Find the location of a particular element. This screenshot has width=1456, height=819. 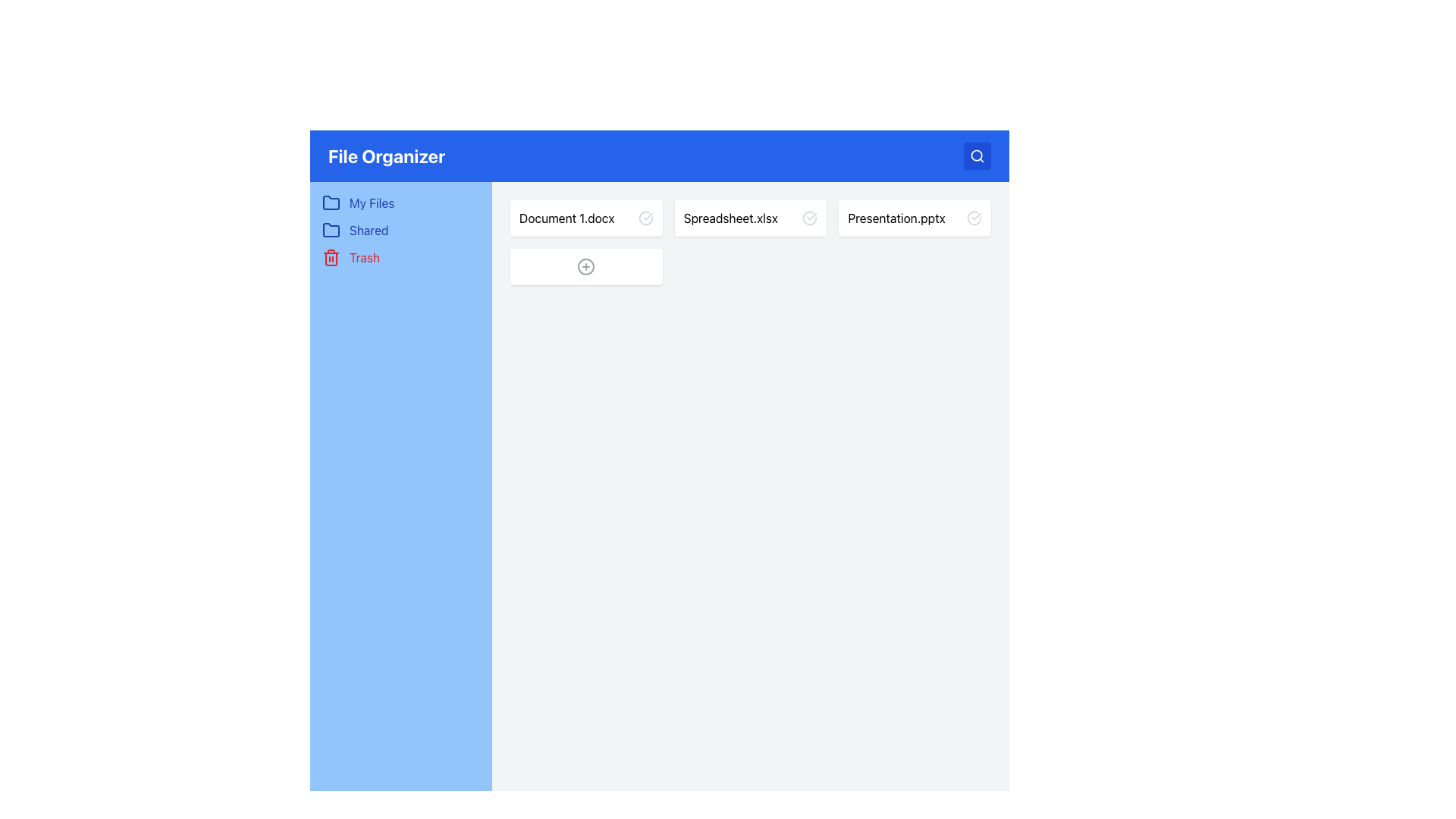

the 'Shared' navigation item, which is styled in blue and located between 'My Files' and 'Trash' in the left panel menu is located at coordinates (400, 231).